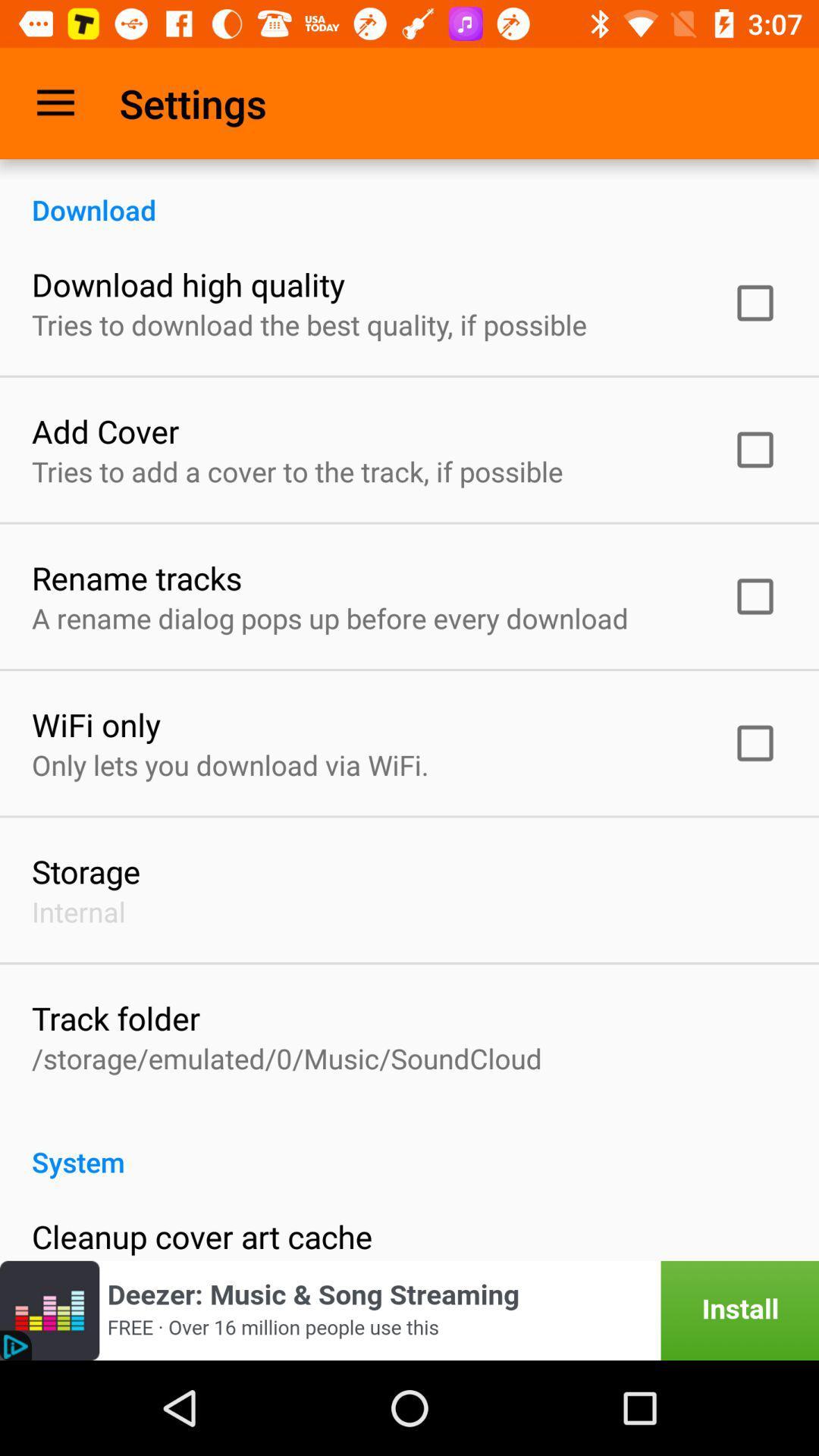 The height and width of the screenshot is (1456, 819). Describe the element at coordinates (409, 1310) in the screenshot. I see `install app` at that location.